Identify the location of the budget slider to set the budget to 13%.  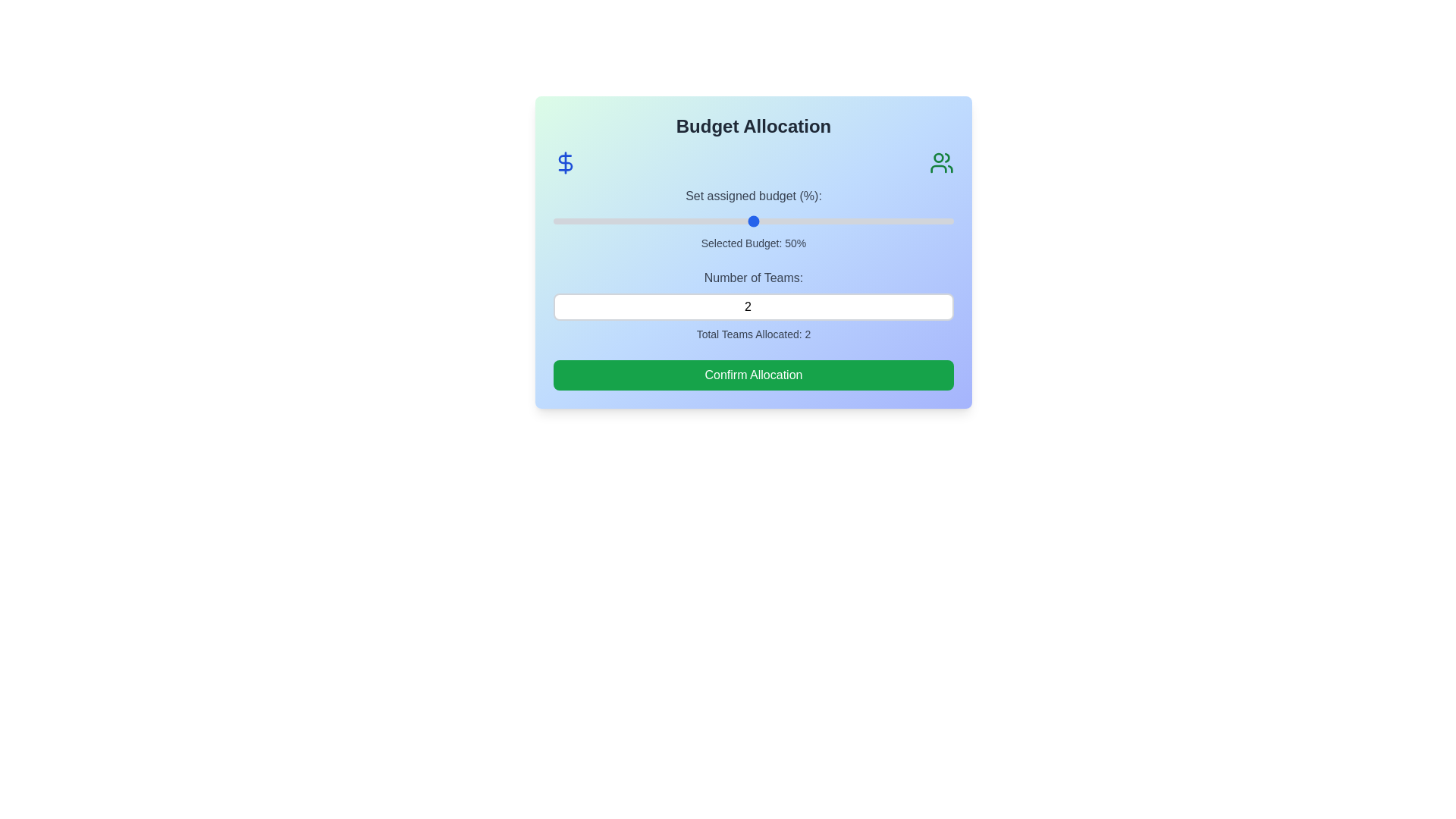
(604, 221).